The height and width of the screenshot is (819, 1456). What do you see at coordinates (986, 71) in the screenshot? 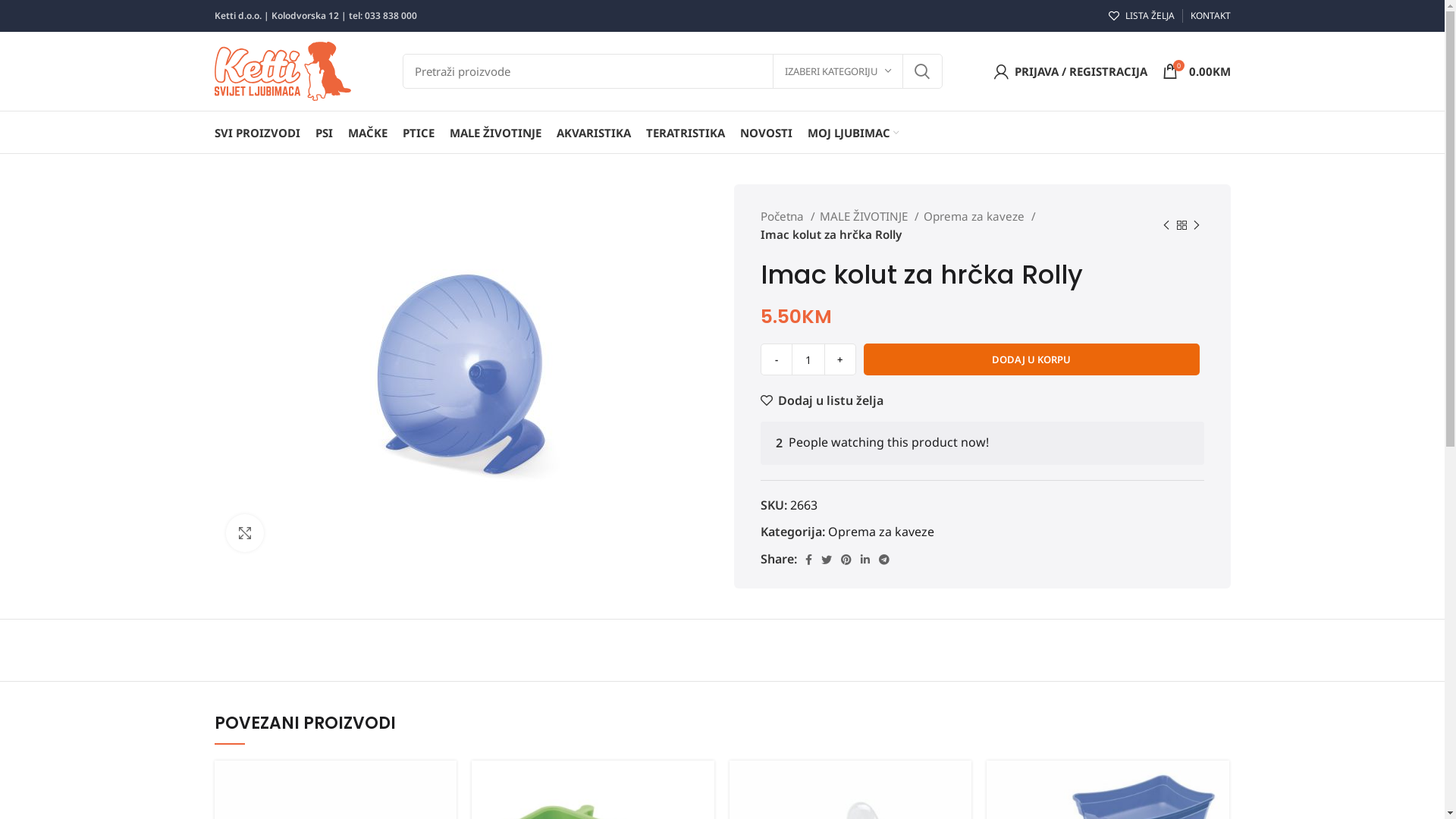
I see `'PRIJAVA / REGISTRACIJA'` at bounding box center [986, 71].